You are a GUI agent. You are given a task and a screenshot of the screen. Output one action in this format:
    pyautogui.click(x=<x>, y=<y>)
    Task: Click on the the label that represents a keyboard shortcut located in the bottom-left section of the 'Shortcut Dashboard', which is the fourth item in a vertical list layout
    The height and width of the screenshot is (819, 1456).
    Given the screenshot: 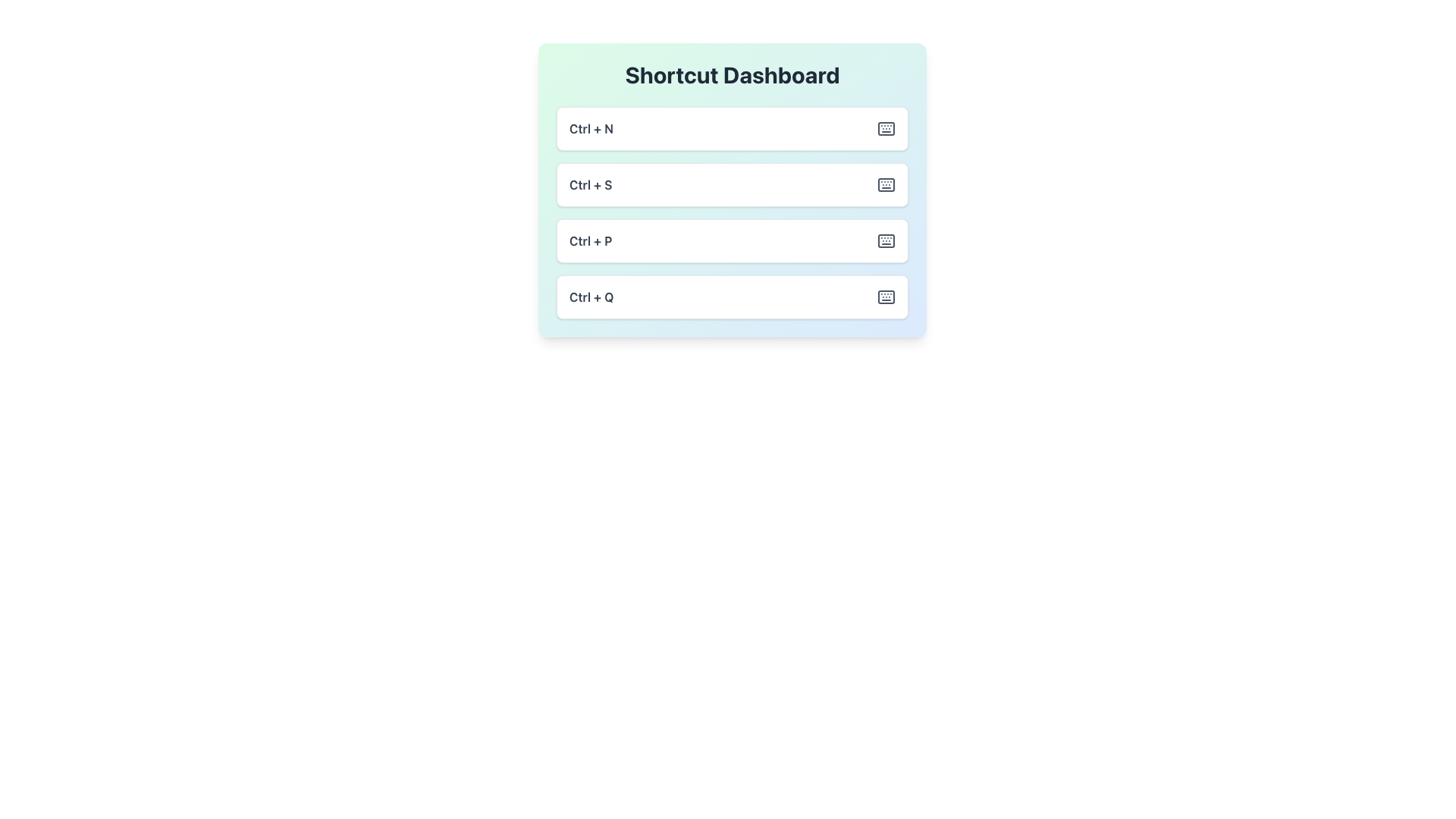 What is the action you would take?
    pyautogui.click(x=591, y=297)
    